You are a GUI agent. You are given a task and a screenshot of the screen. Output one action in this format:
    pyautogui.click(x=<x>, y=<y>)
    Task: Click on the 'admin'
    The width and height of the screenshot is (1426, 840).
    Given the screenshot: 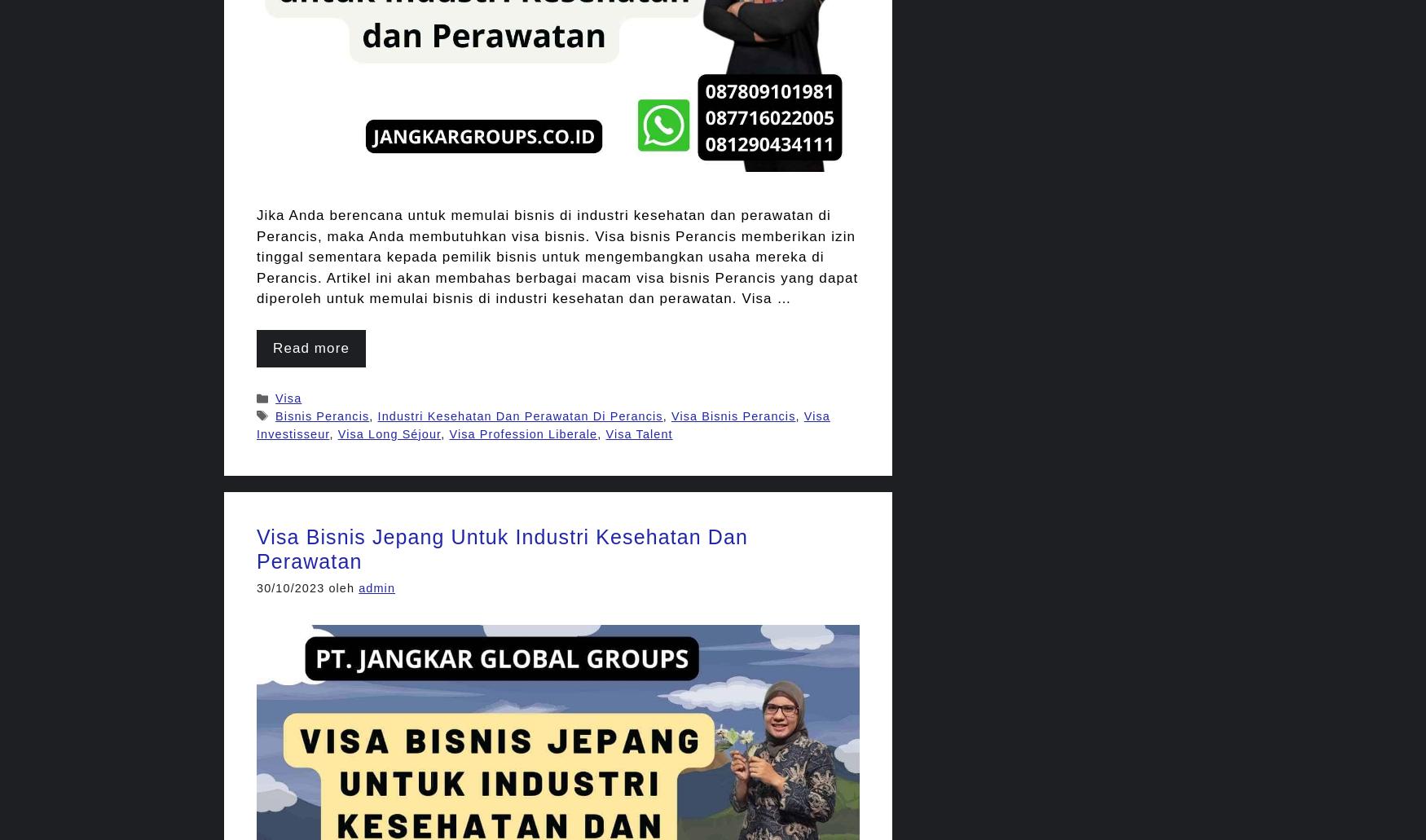 What is the action you would take?
    pyautogui.click(x=376, y=587)
    